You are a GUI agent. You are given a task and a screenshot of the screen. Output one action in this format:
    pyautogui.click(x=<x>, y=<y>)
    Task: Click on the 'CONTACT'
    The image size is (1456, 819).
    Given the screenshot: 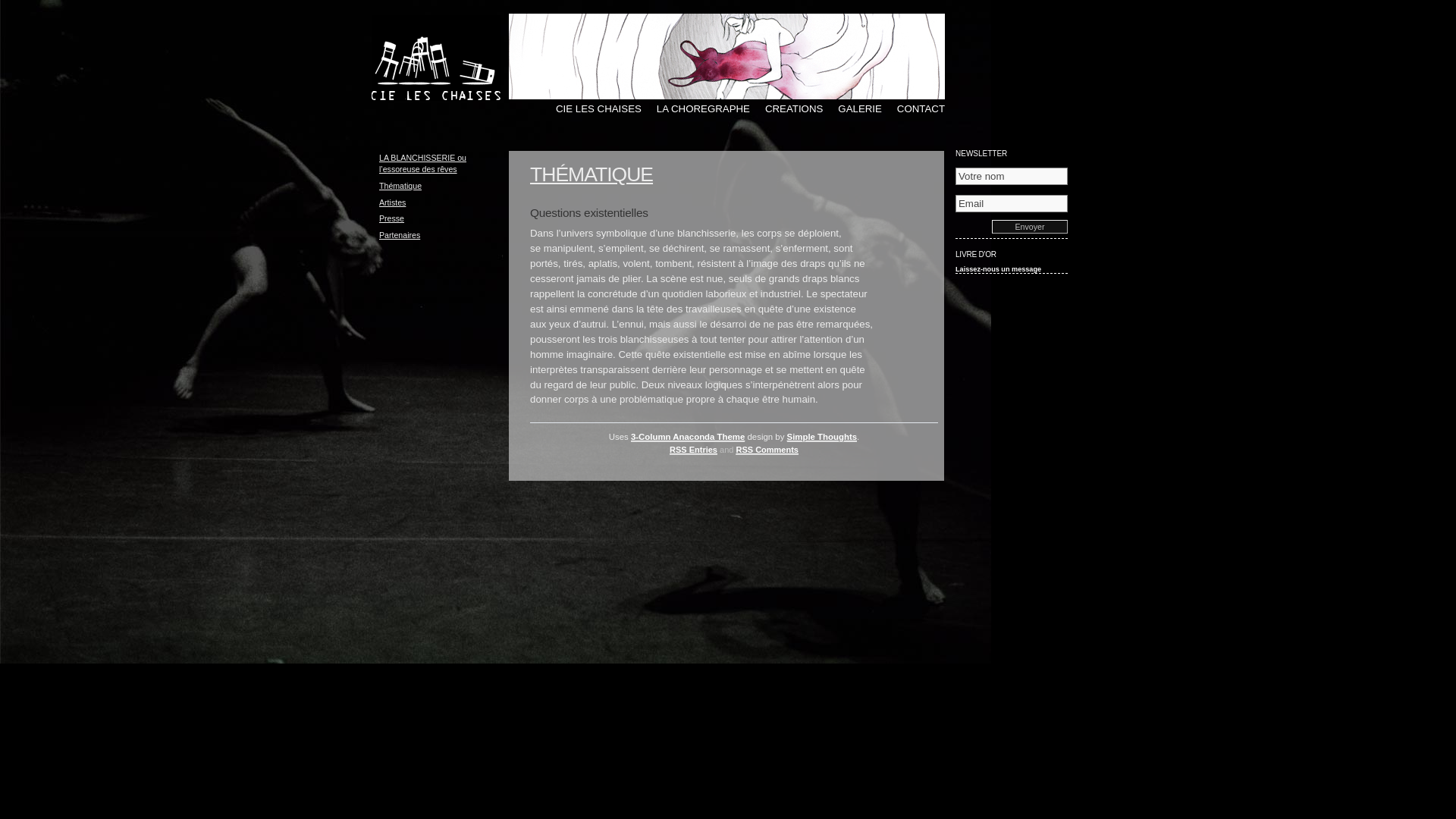 What is the action you would take?
    pyautogui.click(x=881, y=108)
    